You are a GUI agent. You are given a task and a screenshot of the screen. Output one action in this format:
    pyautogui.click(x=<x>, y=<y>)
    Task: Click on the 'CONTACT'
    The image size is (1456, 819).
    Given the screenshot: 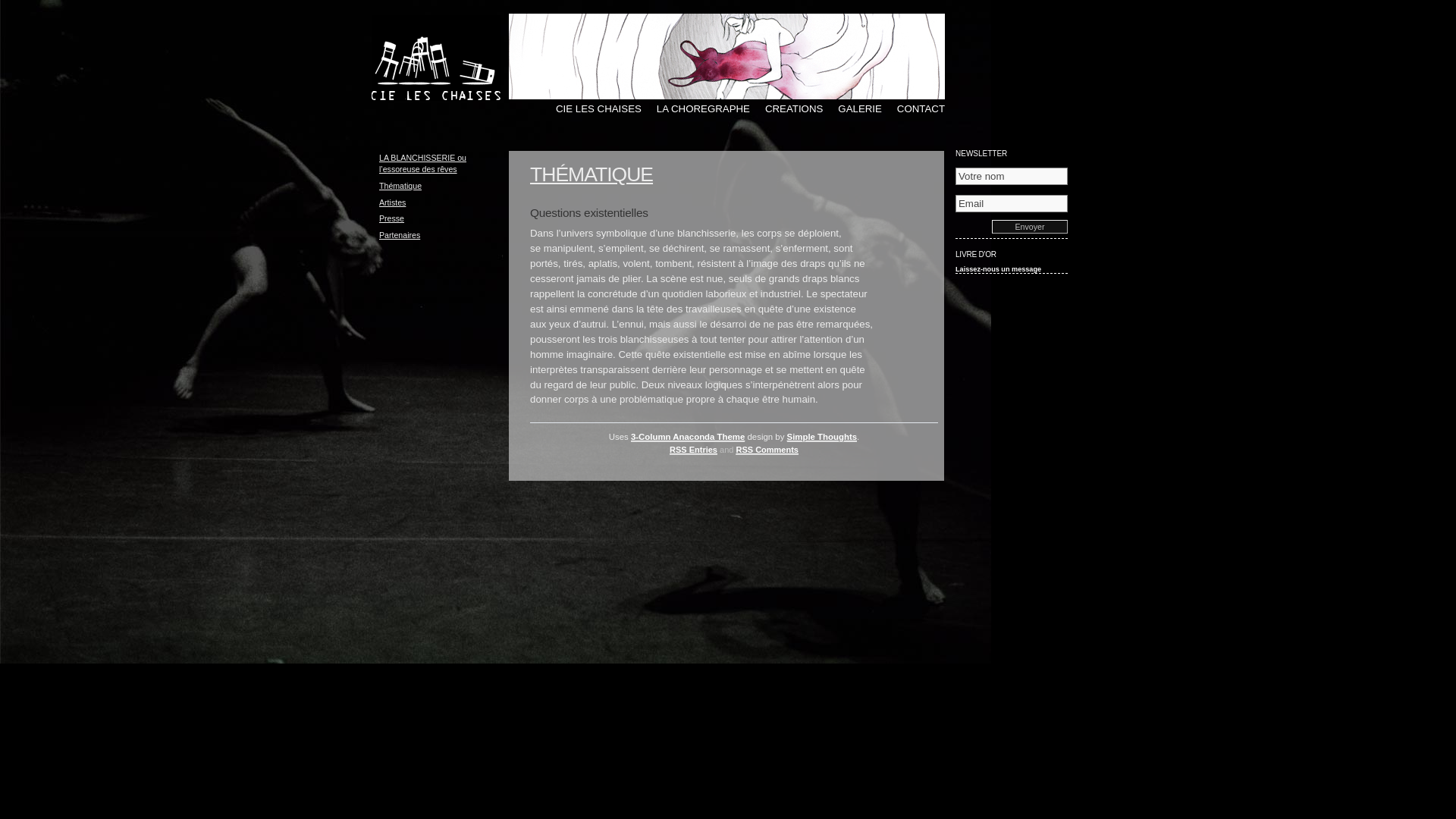 What is the action you would take?
    pyautogui.click(x=881, y=108)
    